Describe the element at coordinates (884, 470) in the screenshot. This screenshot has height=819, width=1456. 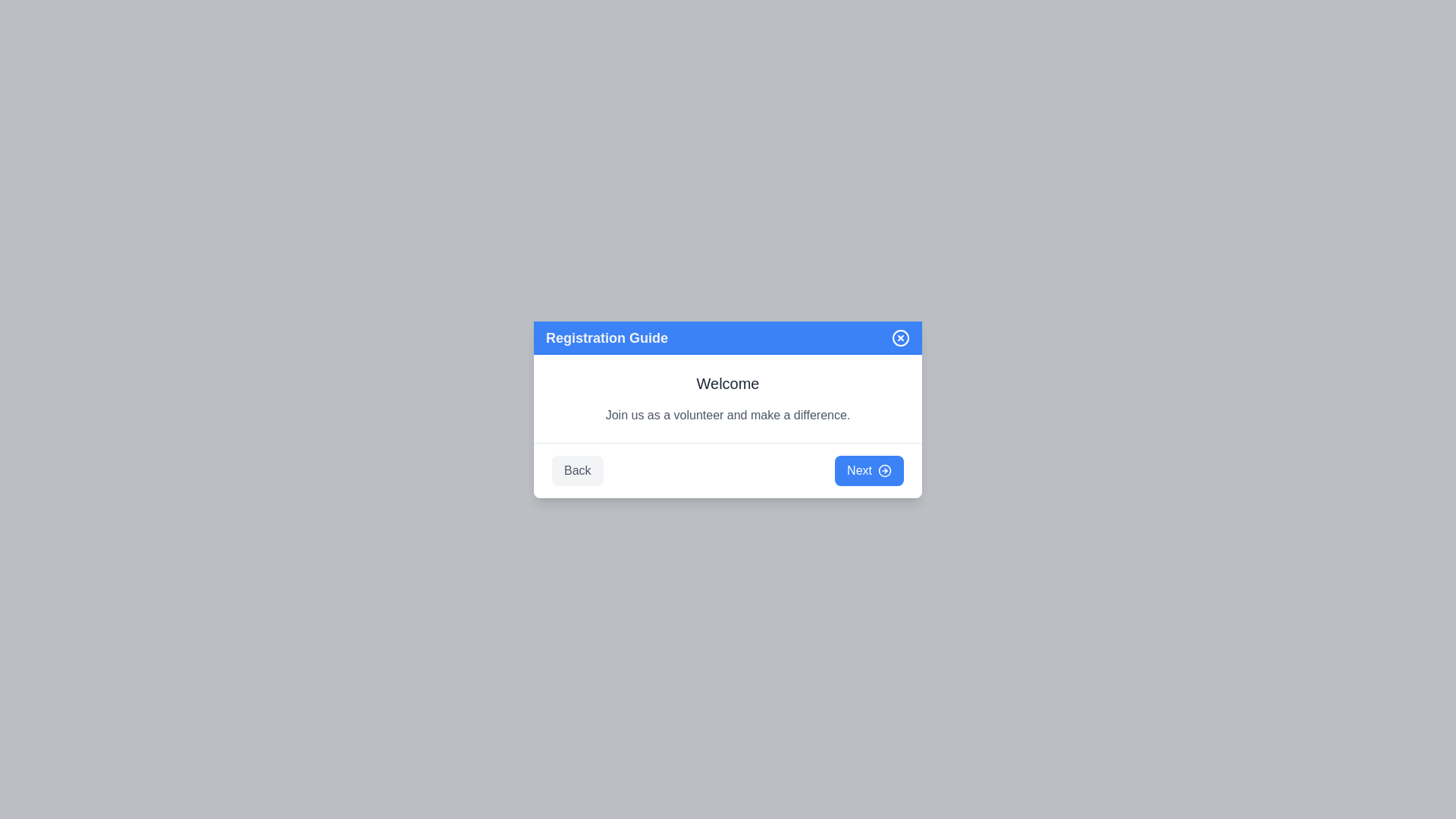
I see `the right-pointing arrow icon encircled in blue, which is positioned within the blue 'Next' button at the bottom-right corner of the modal dialog box` at that location.